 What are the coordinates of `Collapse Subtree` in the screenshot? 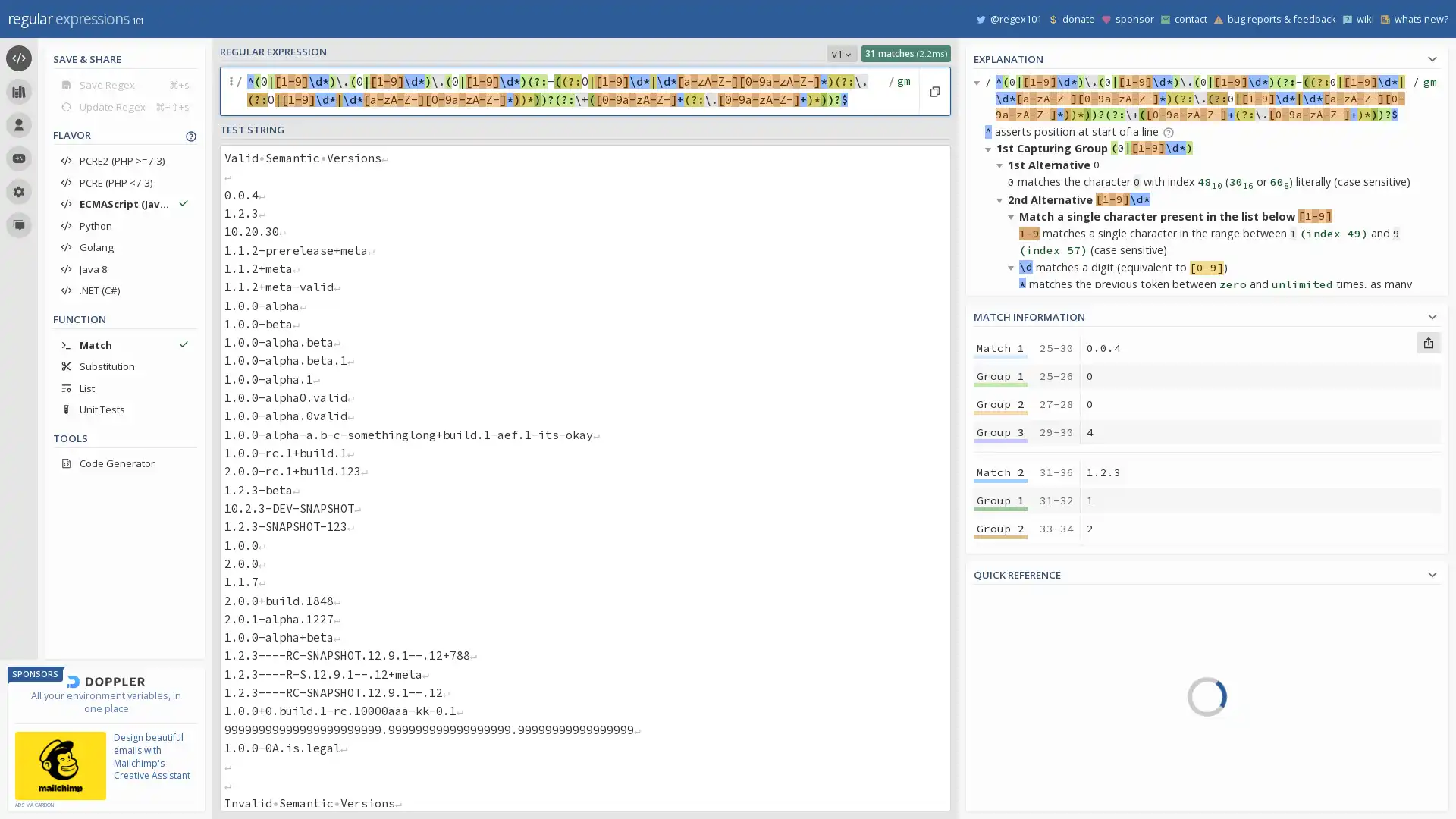 It's located at (990, 149).